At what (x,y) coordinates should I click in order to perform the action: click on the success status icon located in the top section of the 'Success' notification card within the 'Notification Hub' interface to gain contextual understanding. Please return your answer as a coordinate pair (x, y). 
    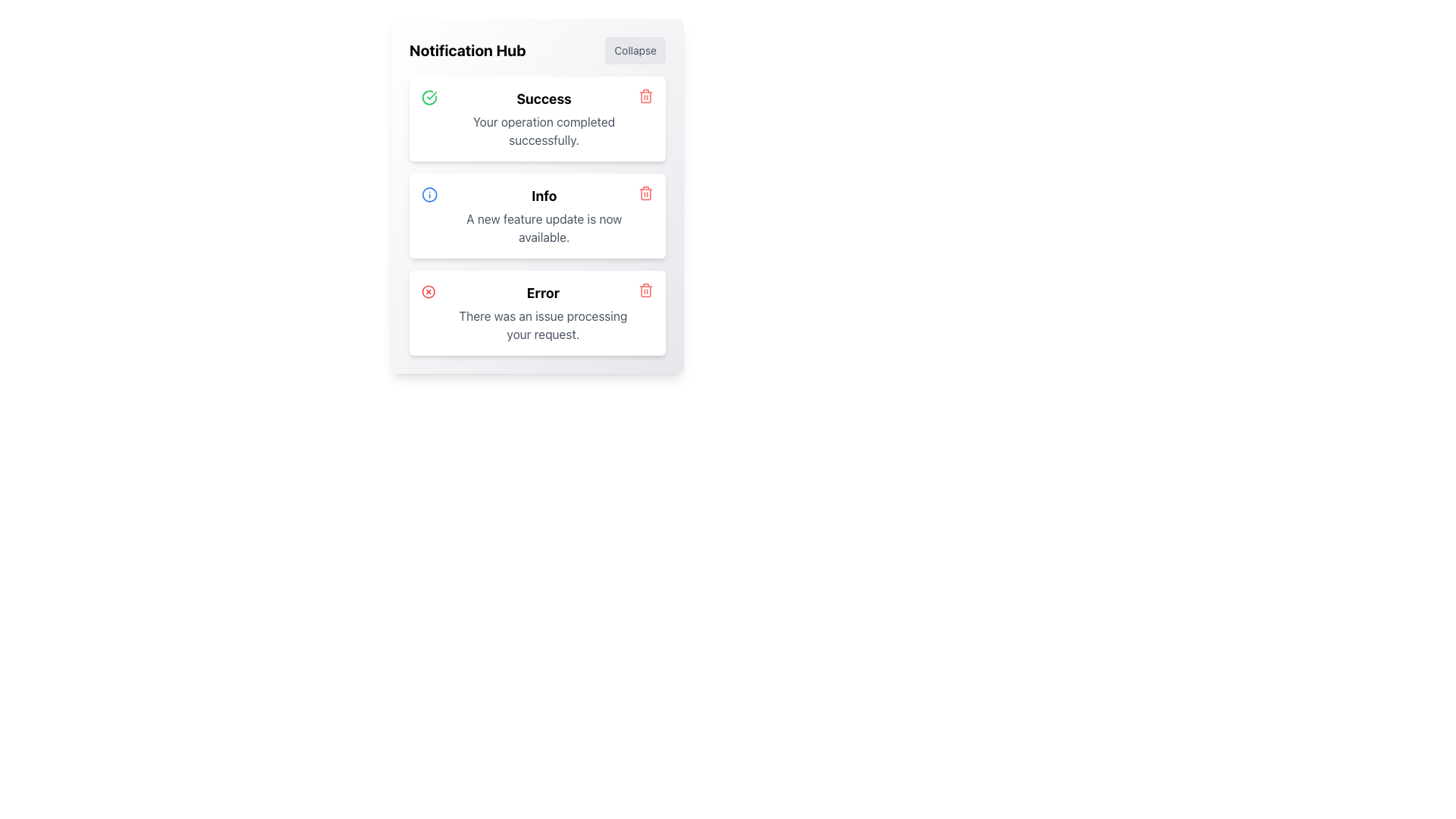
    Looking at the image, I should click on (431, 96).